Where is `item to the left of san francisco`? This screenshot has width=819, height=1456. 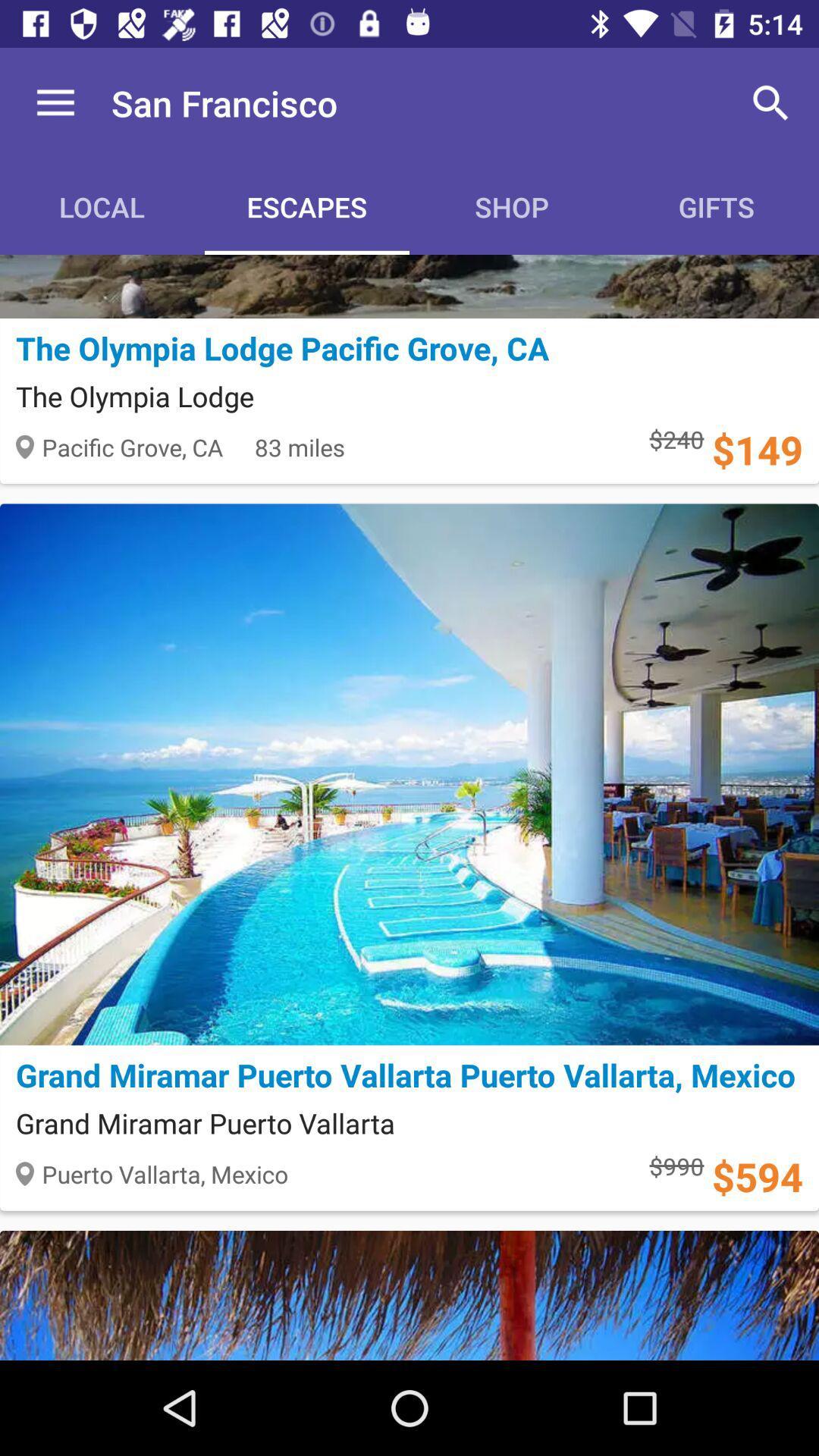 item to the left of san francisco is located at coordinates (55, 102).